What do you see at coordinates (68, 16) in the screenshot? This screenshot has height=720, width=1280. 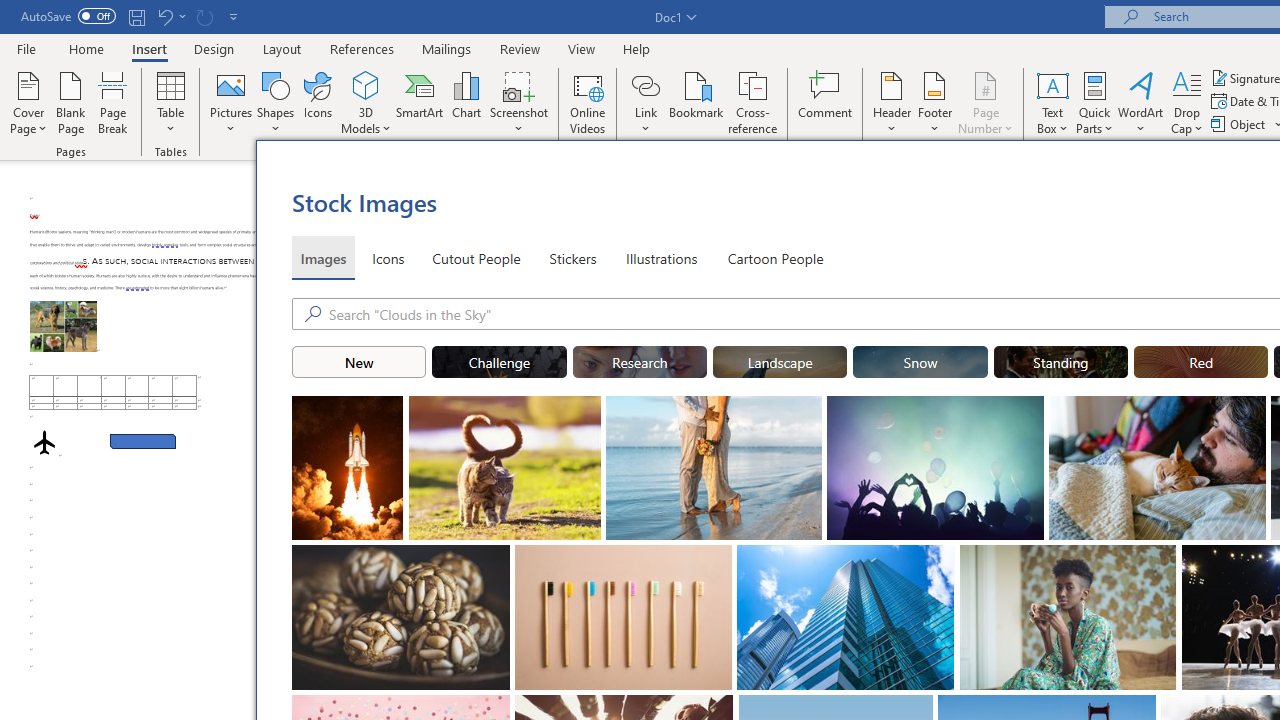 I see `'AutoSave'` at bounding box center [68, 16].